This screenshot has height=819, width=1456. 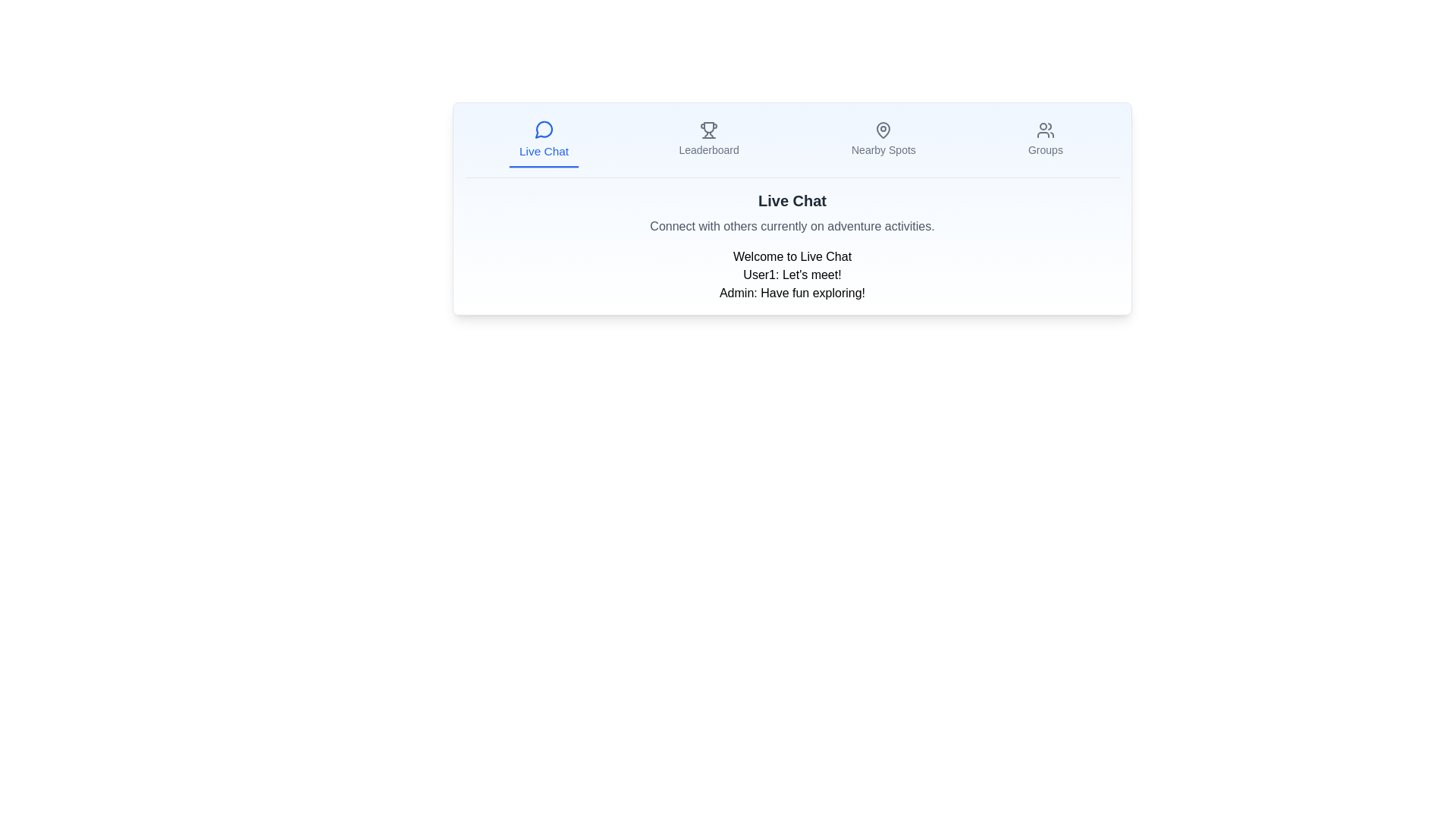 What do you see at coordinates (708, 140) in the screenshot?
I see `the 'Leaderboard' interactive navigation button, which is styled with a trophy icon and is the second item in the horizontal navigation bar` at bounding box center [708, 140].